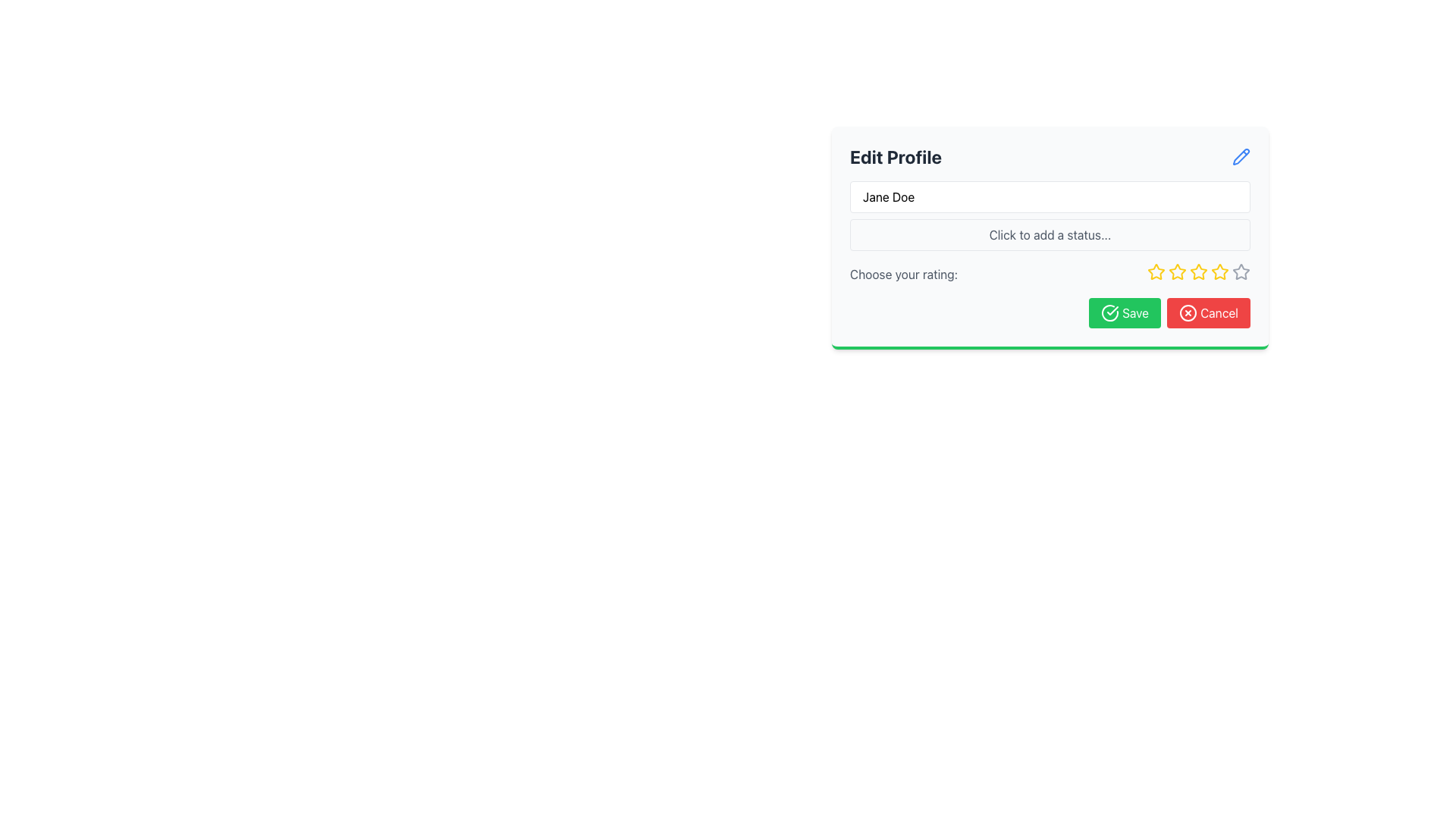  What do you see at coordinates (1241, 271) in the screenshot?
I see `the fifth star icon in the rating section of the modal window` at bounding box center [1241, 271].